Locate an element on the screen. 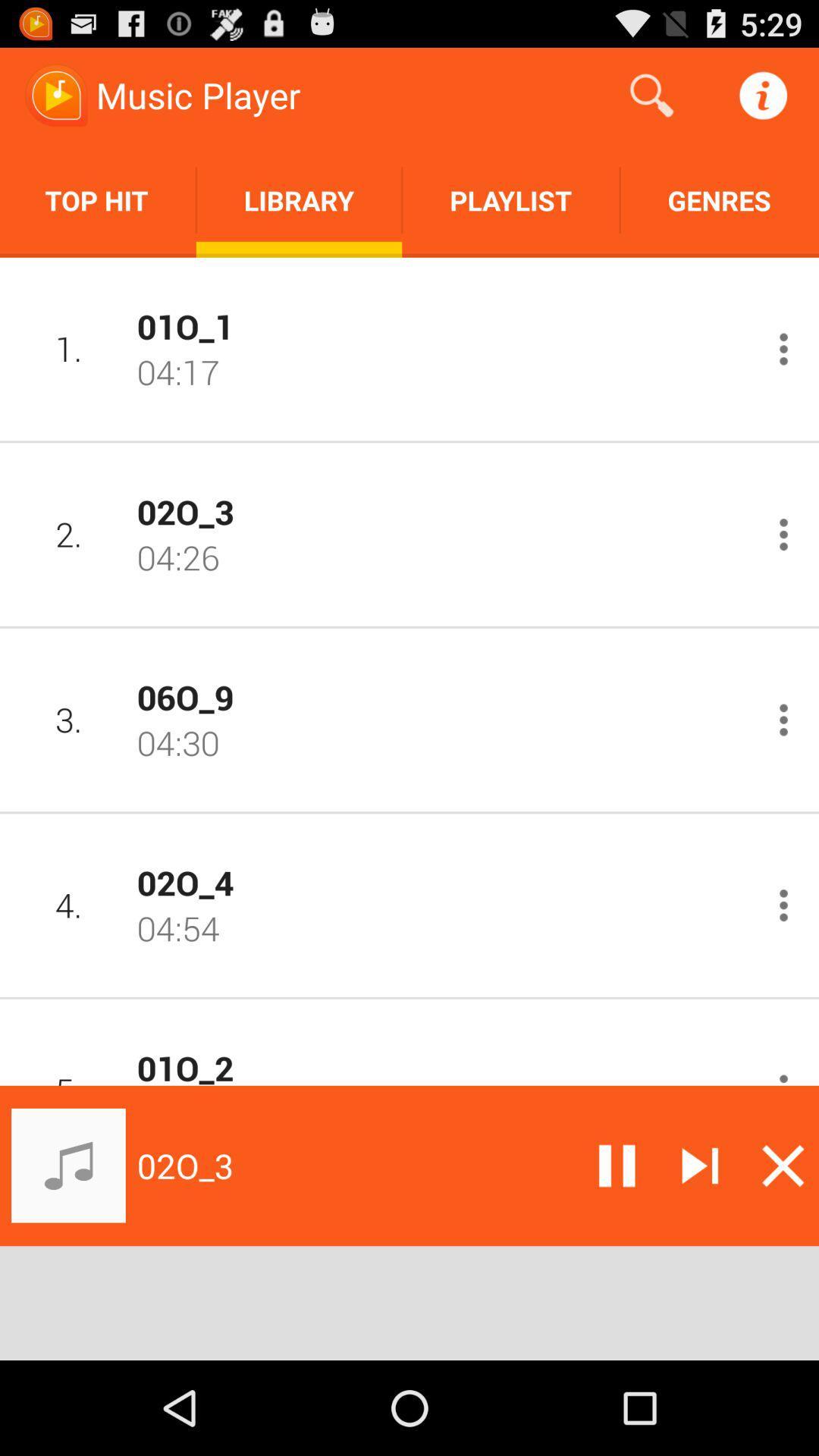 The image size is (819, 1456). item to the left of the library icon is located at coordinates (98, 199).